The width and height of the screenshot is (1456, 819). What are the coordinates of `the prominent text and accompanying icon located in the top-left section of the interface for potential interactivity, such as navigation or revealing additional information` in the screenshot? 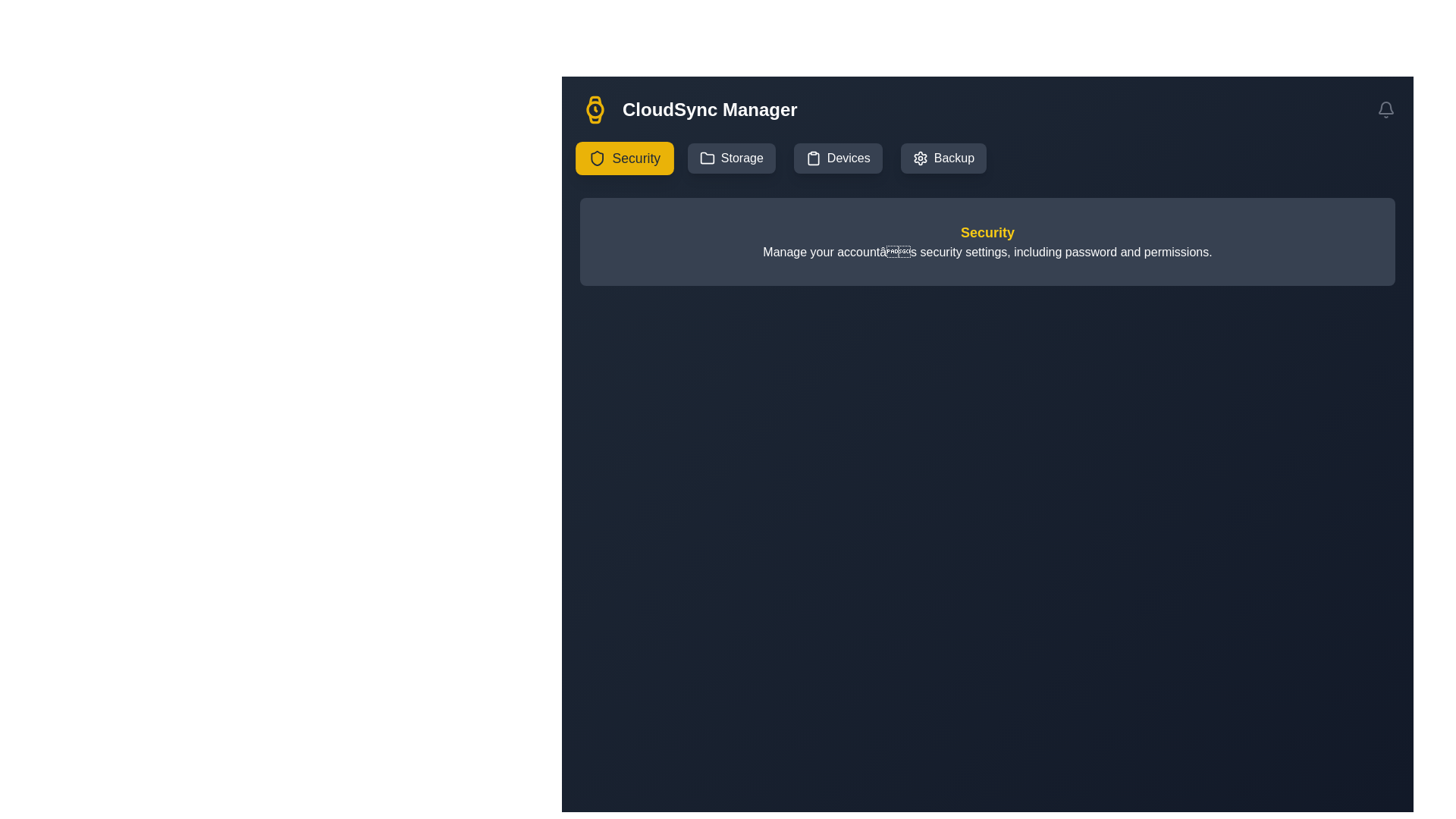 It's located at (687, 109).